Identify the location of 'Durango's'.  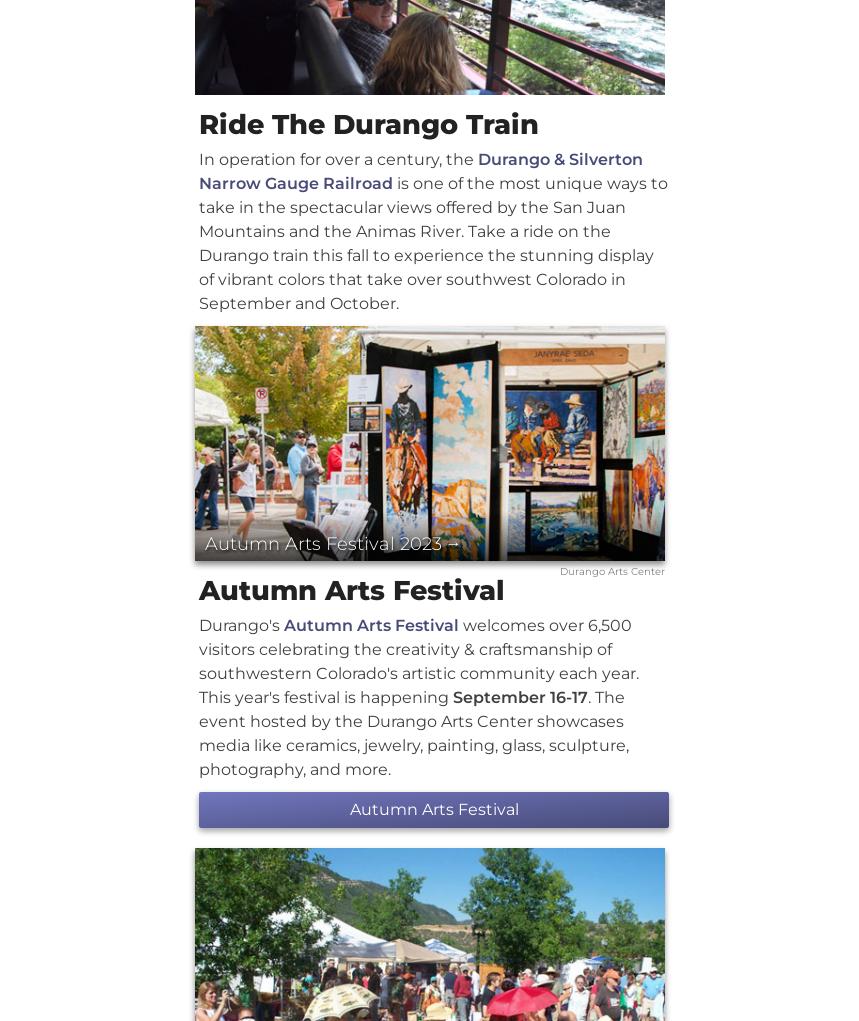
(240, 624).